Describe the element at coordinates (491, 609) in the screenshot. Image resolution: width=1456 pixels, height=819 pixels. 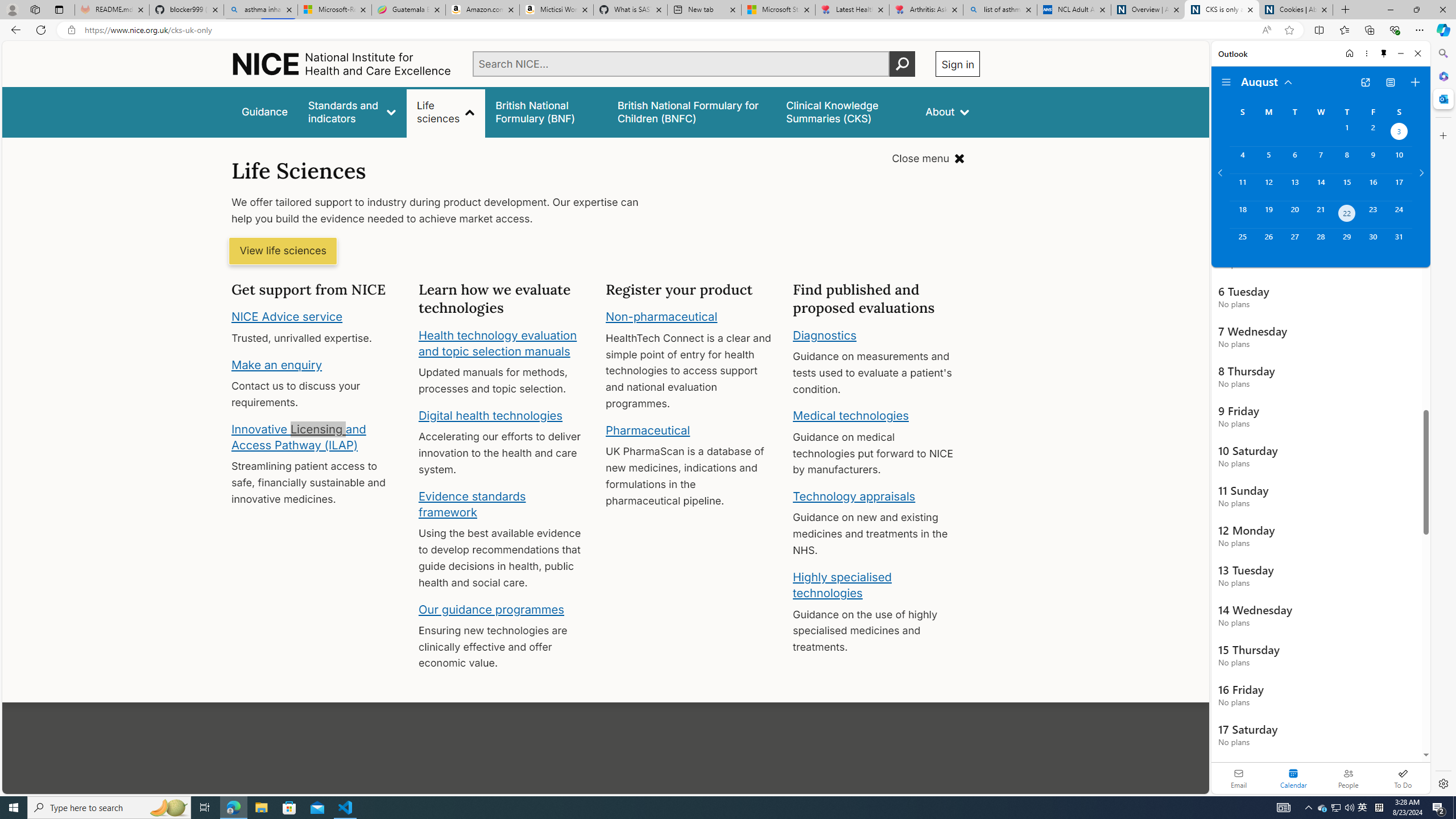
I see `'Our guidance programmes'` at that location.